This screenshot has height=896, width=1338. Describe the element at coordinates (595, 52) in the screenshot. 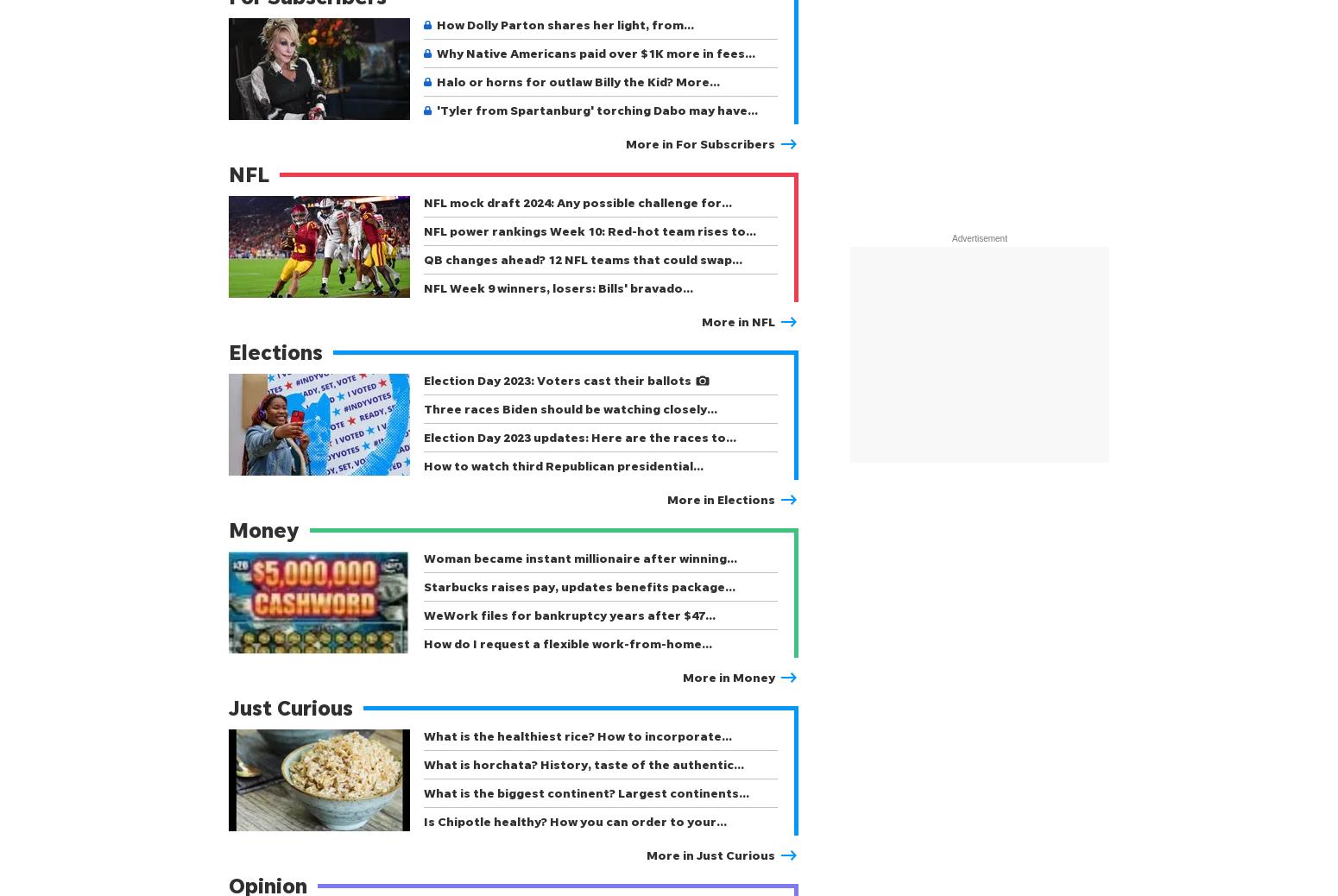

I see `'Why Native Americans paid over $1K more in fees…'` at that location.